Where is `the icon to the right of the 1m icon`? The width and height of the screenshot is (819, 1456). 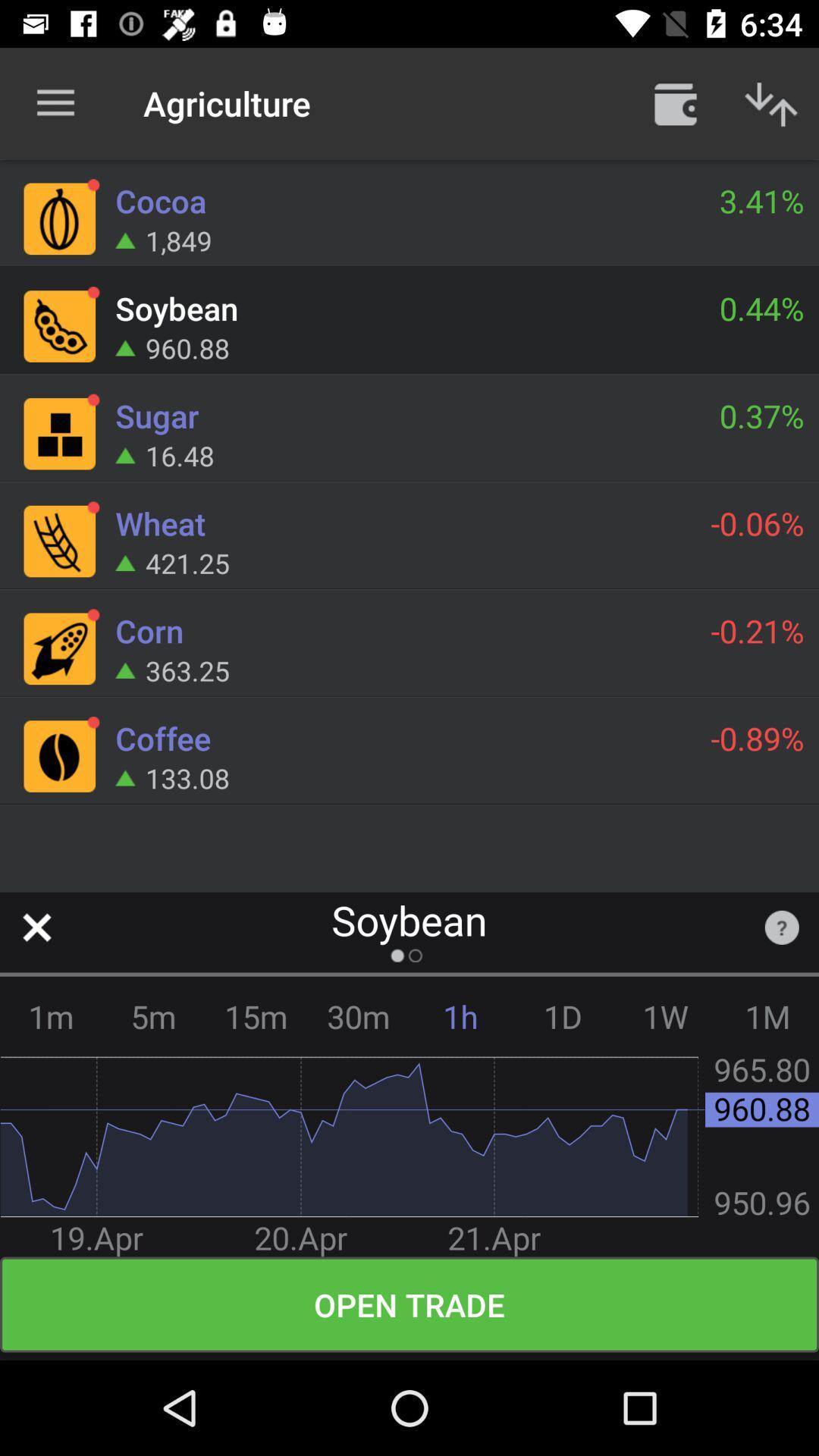
the icon to the right of the 1m icon is located at coordinates (153, 1016).